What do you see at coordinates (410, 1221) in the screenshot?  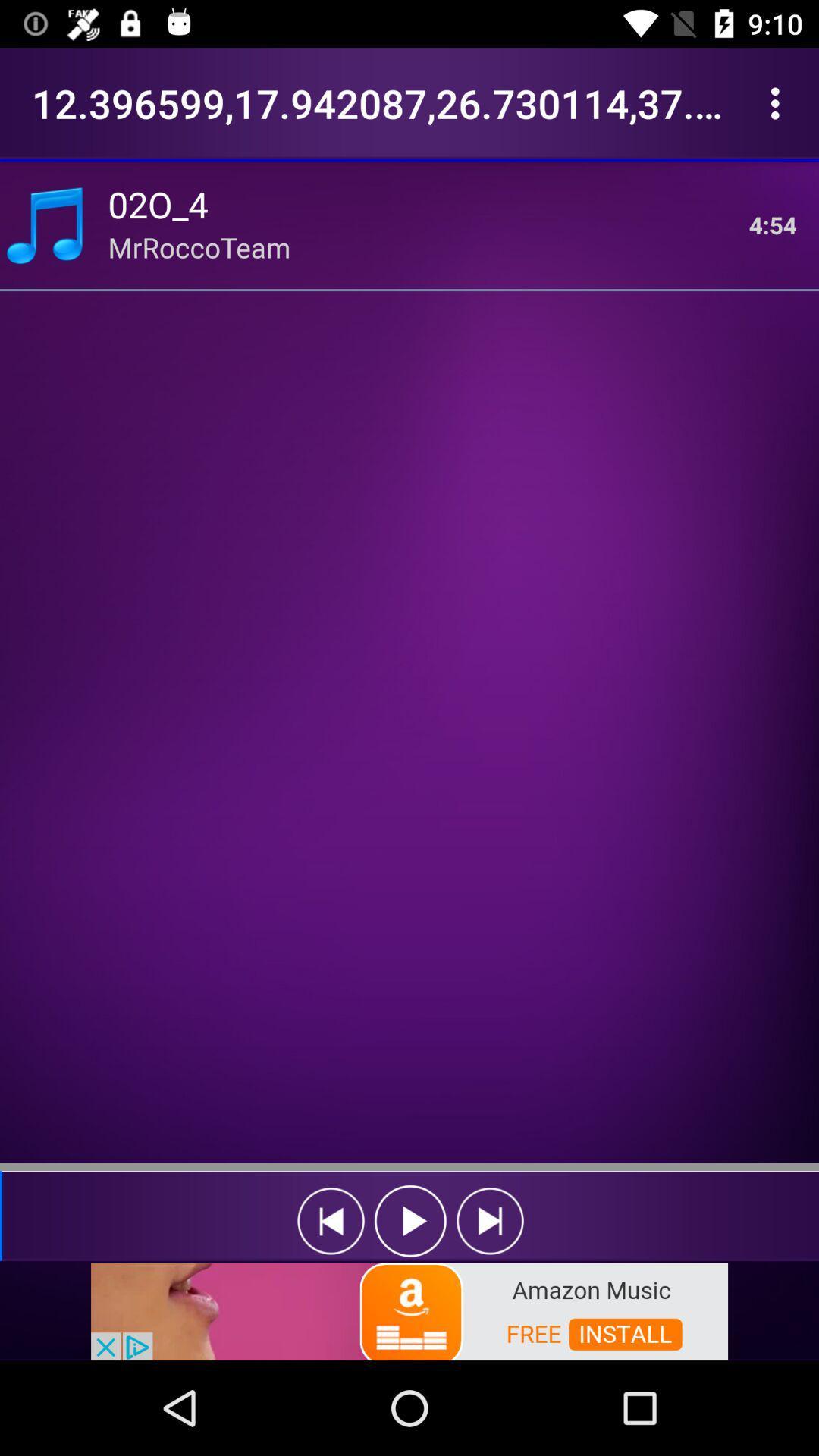 I see `the play icon` at bounding box center [410, 1221].